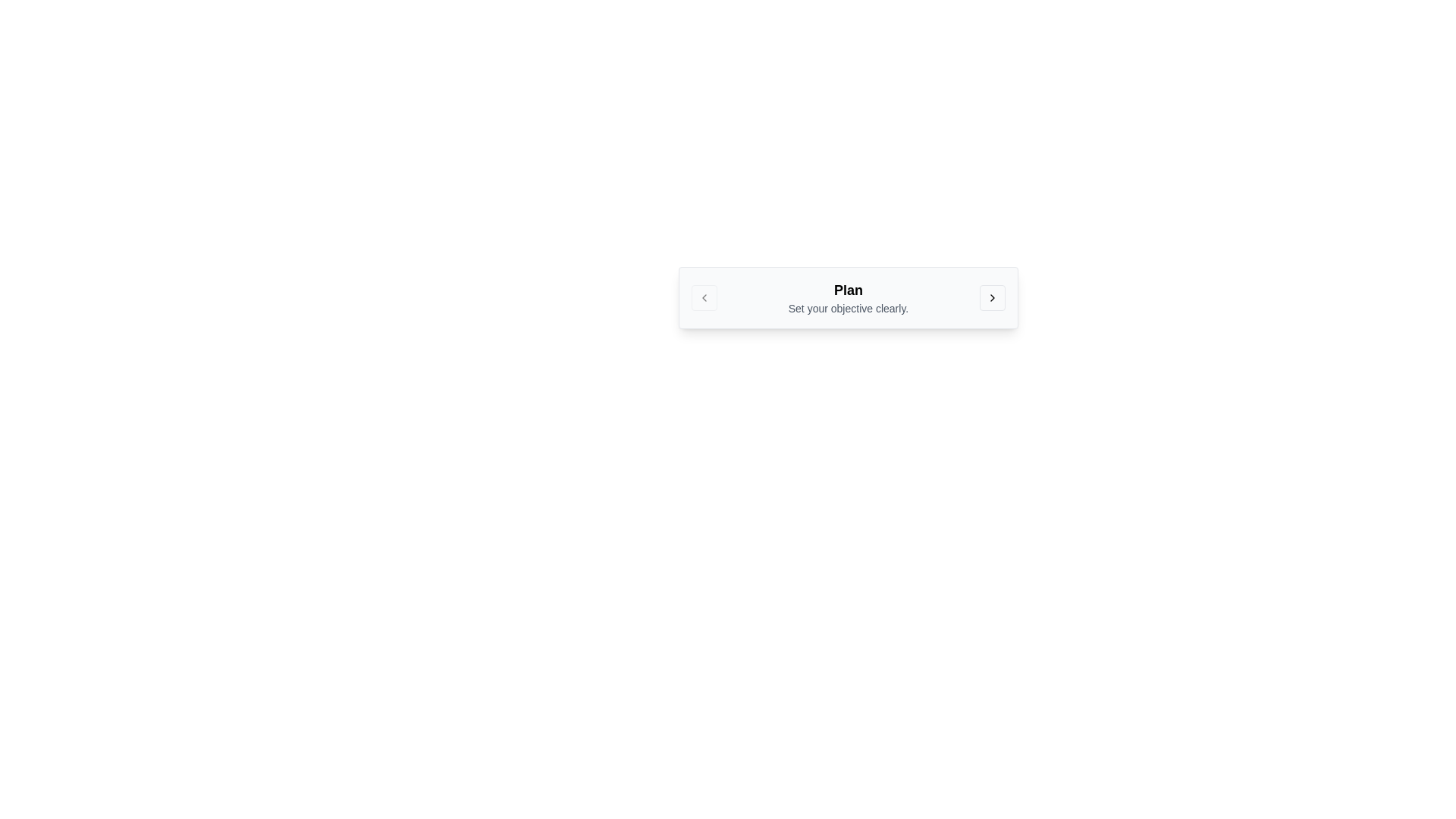 The height and width of the screenshot is (819, 1456). Describe the element at coordinates (704, 298) in the screenshot. I see `the left-pointing chevron icon within the button located to the far left of the 'Plan' panel` at that location.